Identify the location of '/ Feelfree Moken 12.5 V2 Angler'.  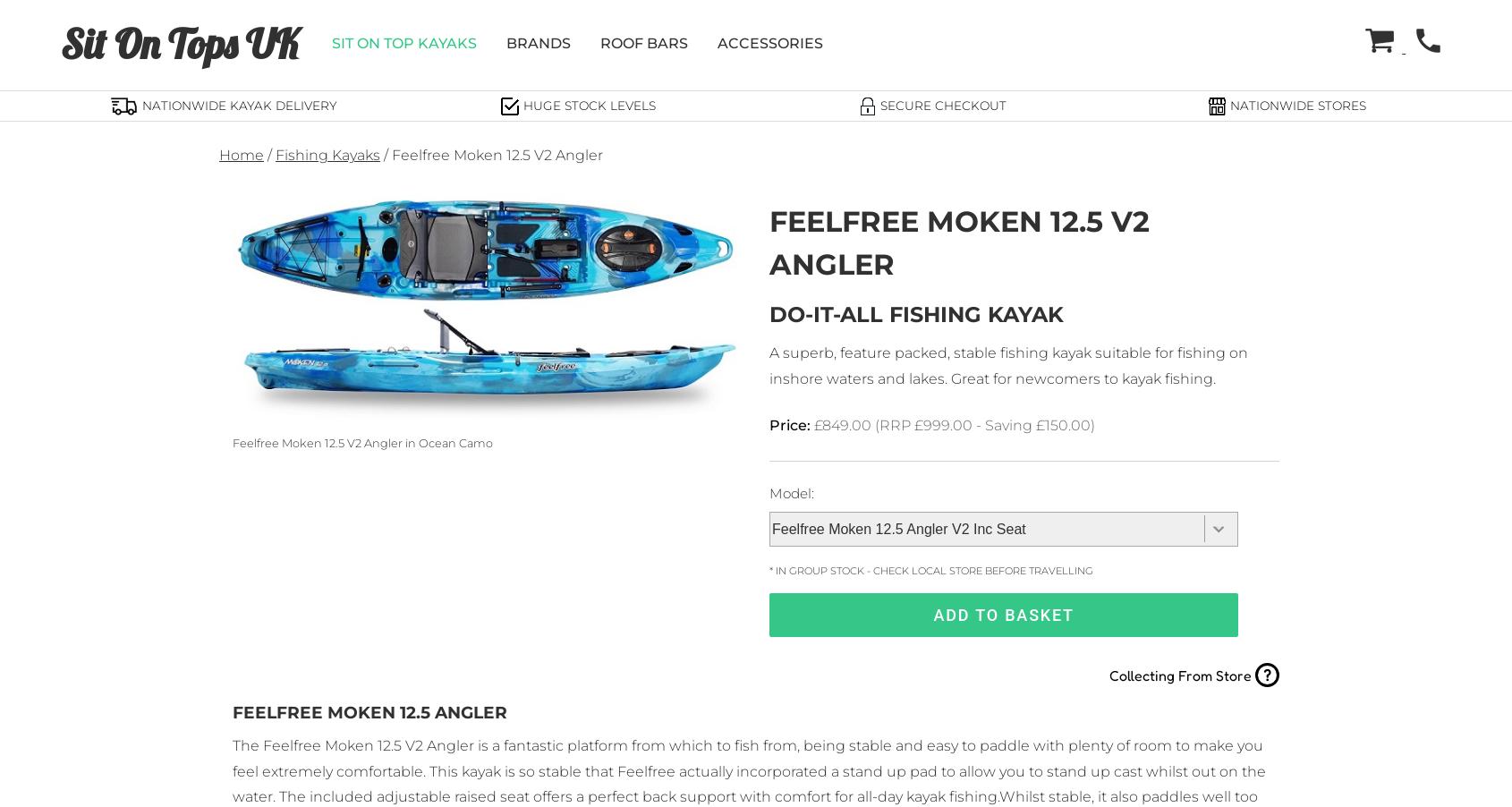
(490, 154).